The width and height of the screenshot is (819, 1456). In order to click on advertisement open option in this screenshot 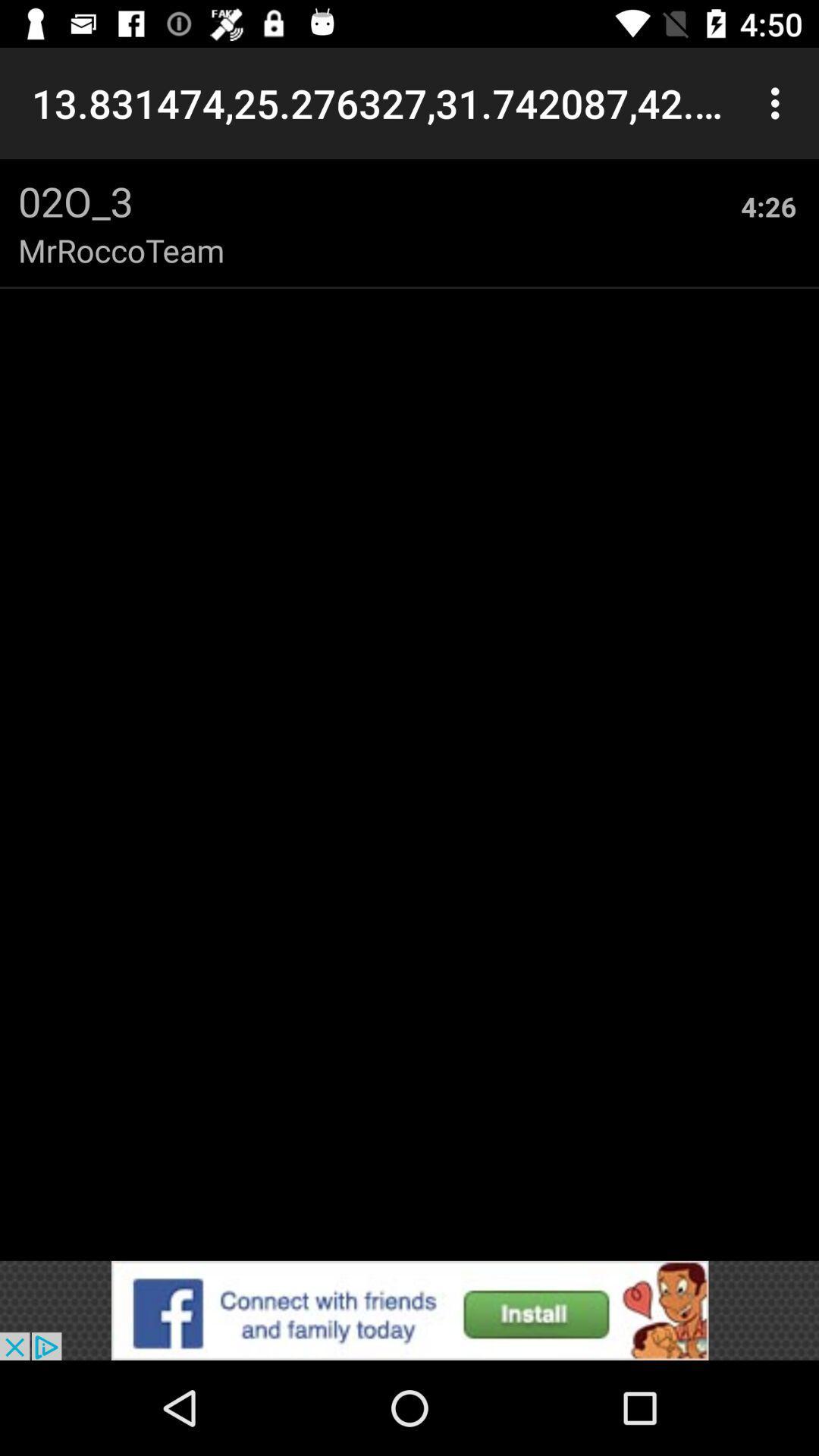, I will do `click(409, 1310)`.